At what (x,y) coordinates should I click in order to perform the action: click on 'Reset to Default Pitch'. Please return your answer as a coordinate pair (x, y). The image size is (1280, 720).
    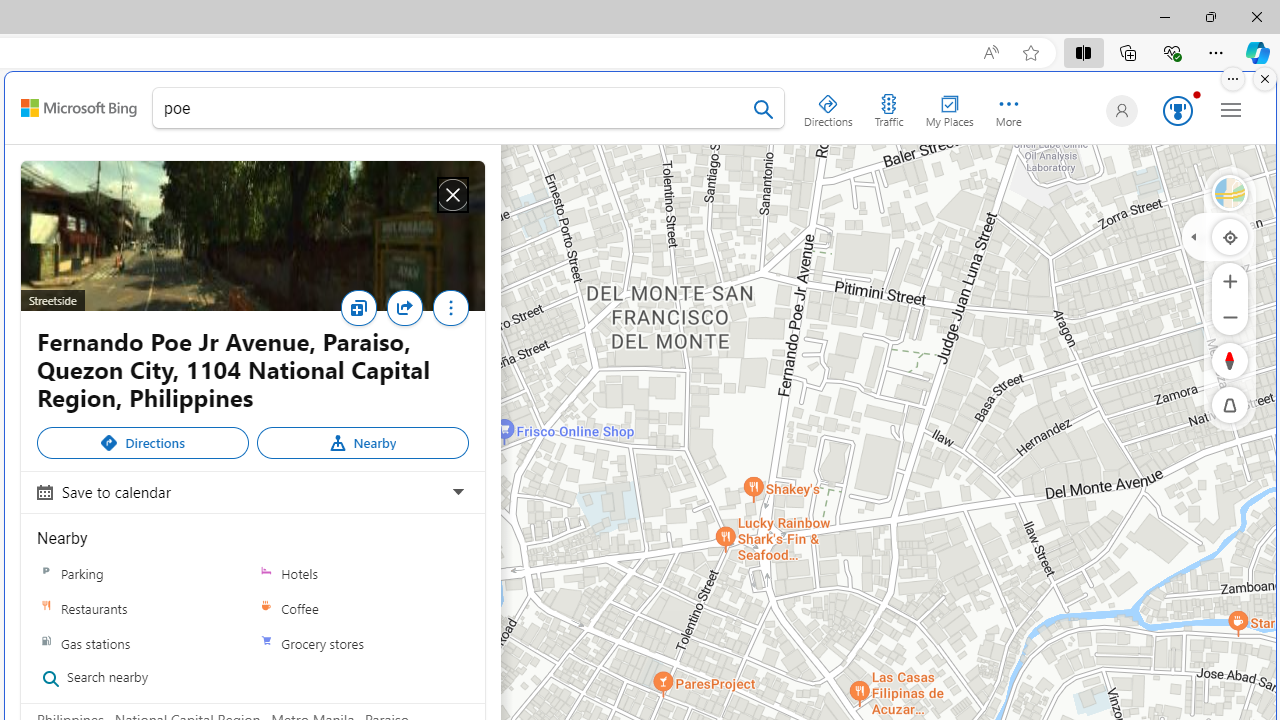
    Looking at the image, I should click on (1229, 405).